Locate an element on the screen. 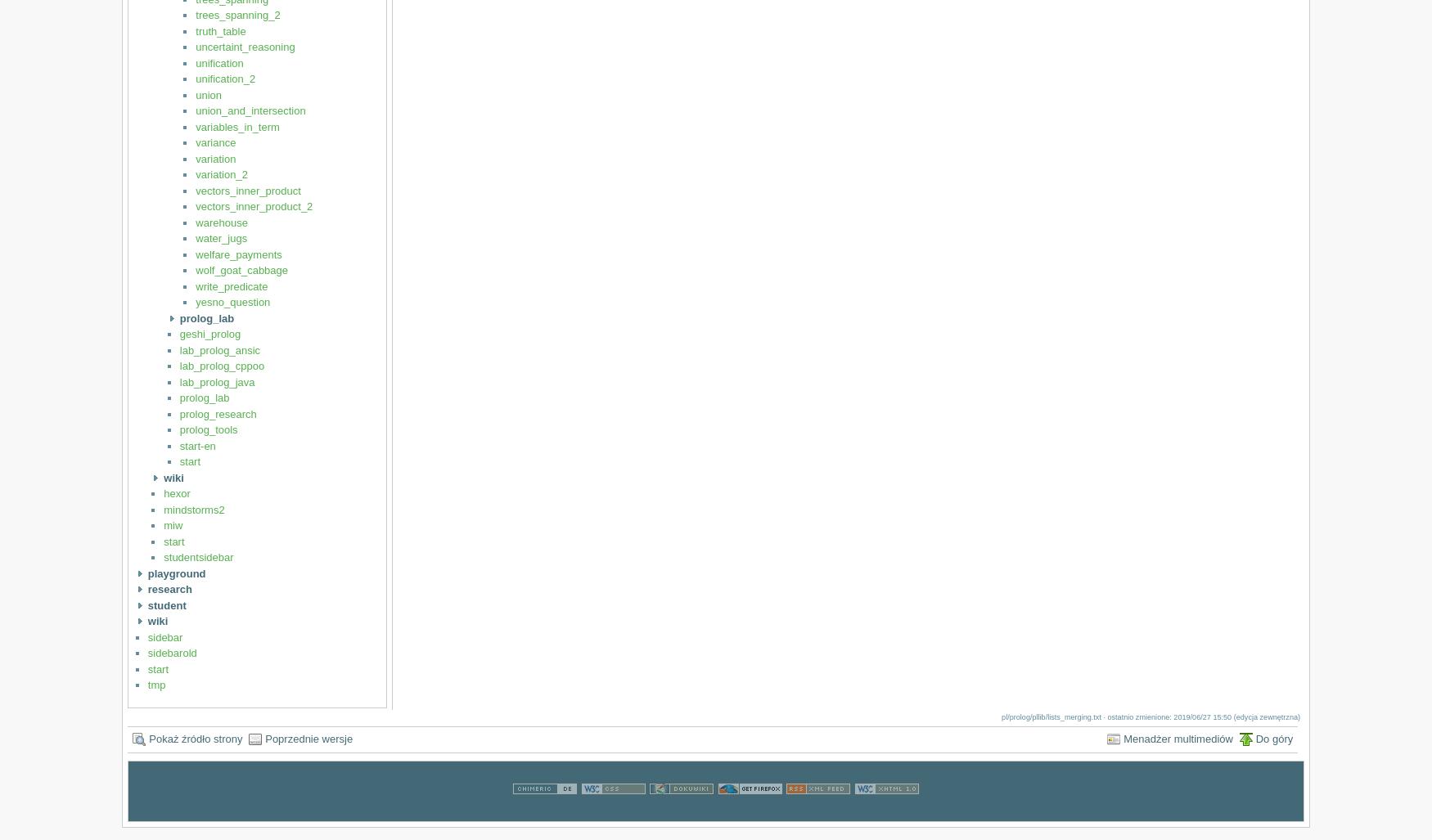  'playground' is located at coordinates (176, 573).